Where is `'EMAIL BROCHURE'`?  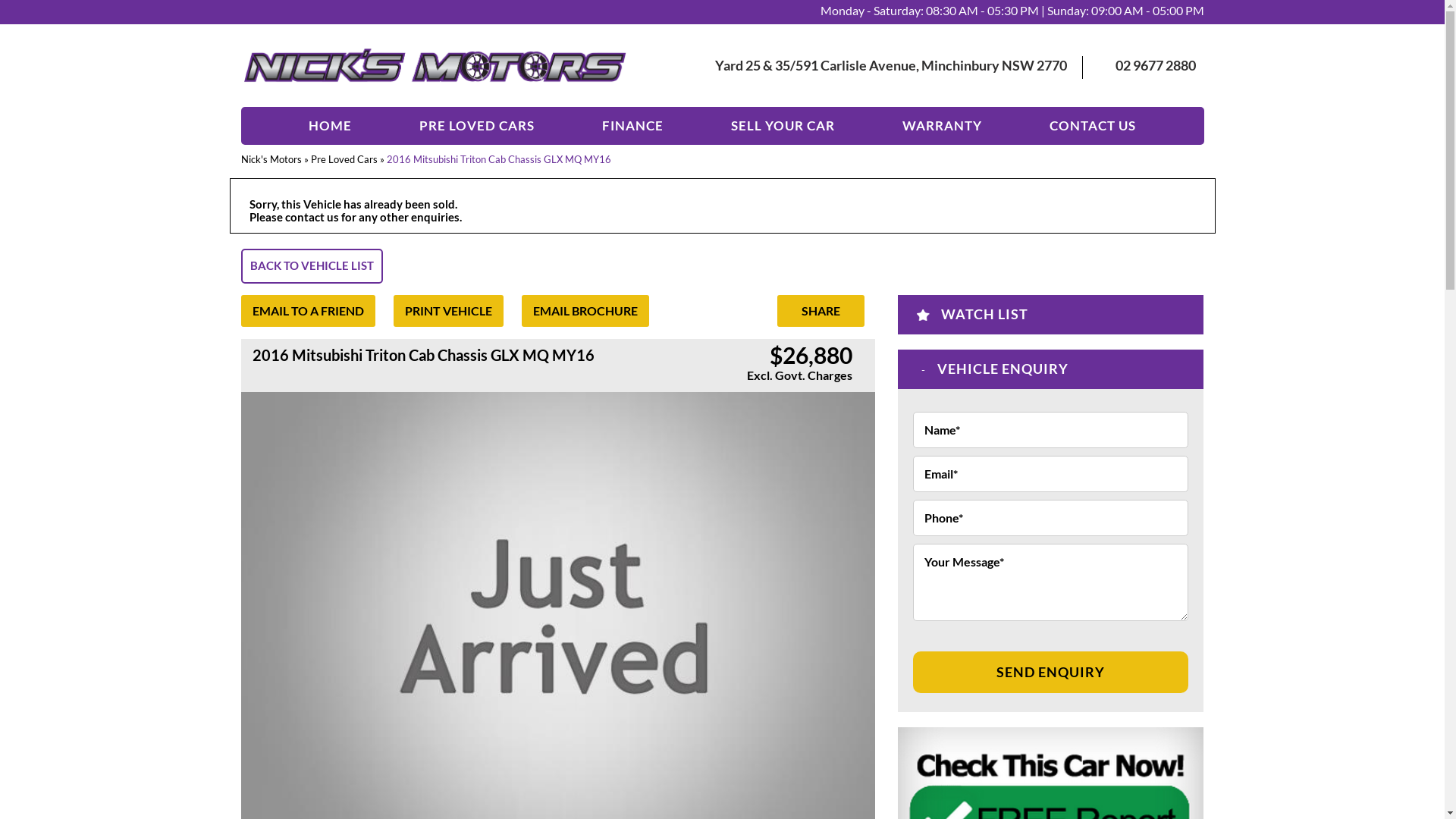 'EMAIL BROCHURE' is located at coordinates (585, 310).